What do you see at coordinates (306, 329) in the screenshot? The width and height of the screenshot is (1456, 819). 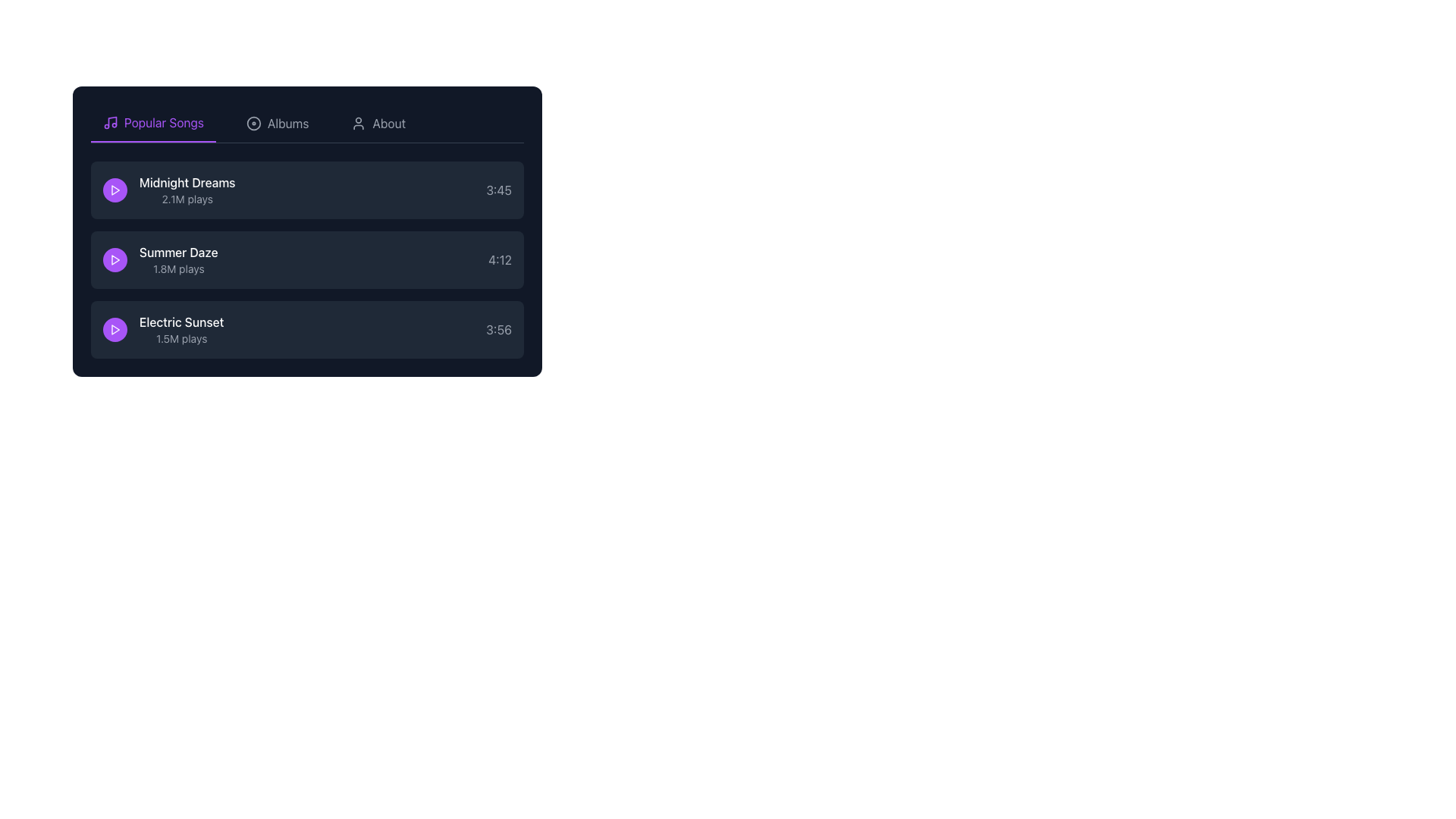 I see `the third audio track list item, which displays its title, play count, and duration` at bounding box center [306, 329].